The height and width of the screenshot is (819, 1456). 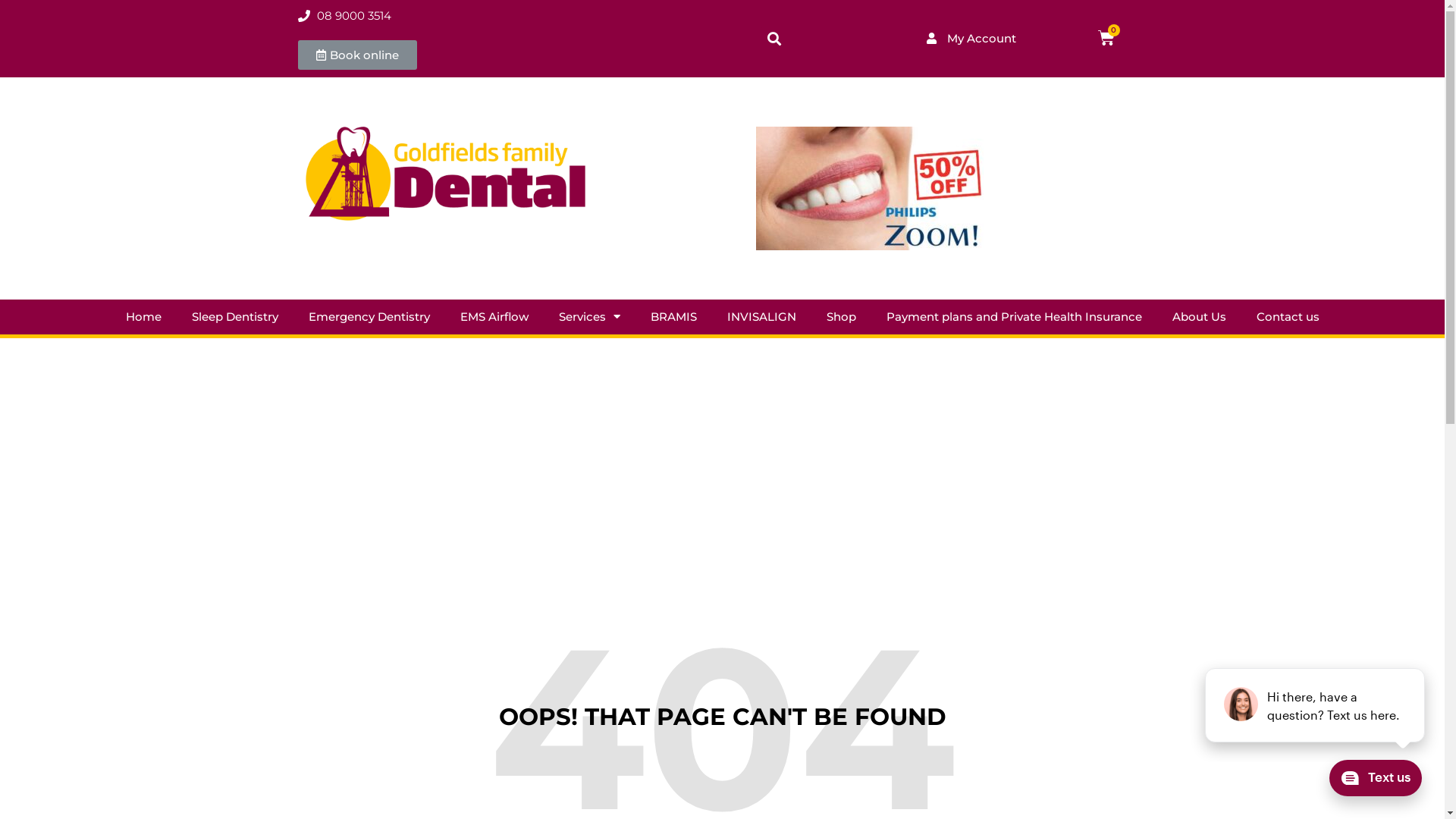 I want to click on 'About Us', so click(x=1198, y=315).